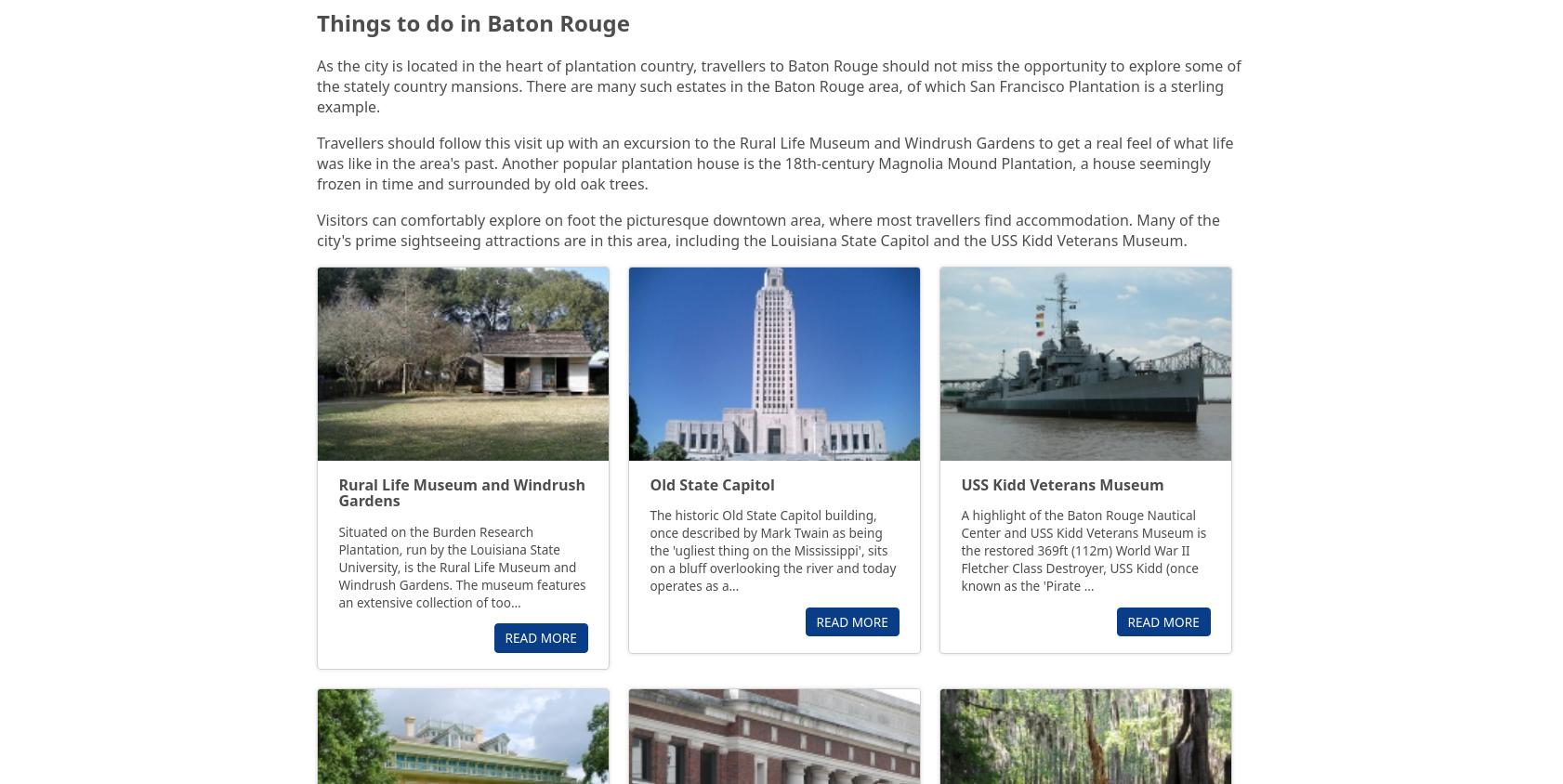  Describe the element at coordinates (778, 85) in the screenshot. I see `'As the city is located in the heart of plantation
country, travellers to Baton Rouge should not miss the opportunity
to explore some of the stately country mansions. There are many
such estates in the Baton Rouge area, of which San Francisco
Plantation is a sterling example.'` at that location.